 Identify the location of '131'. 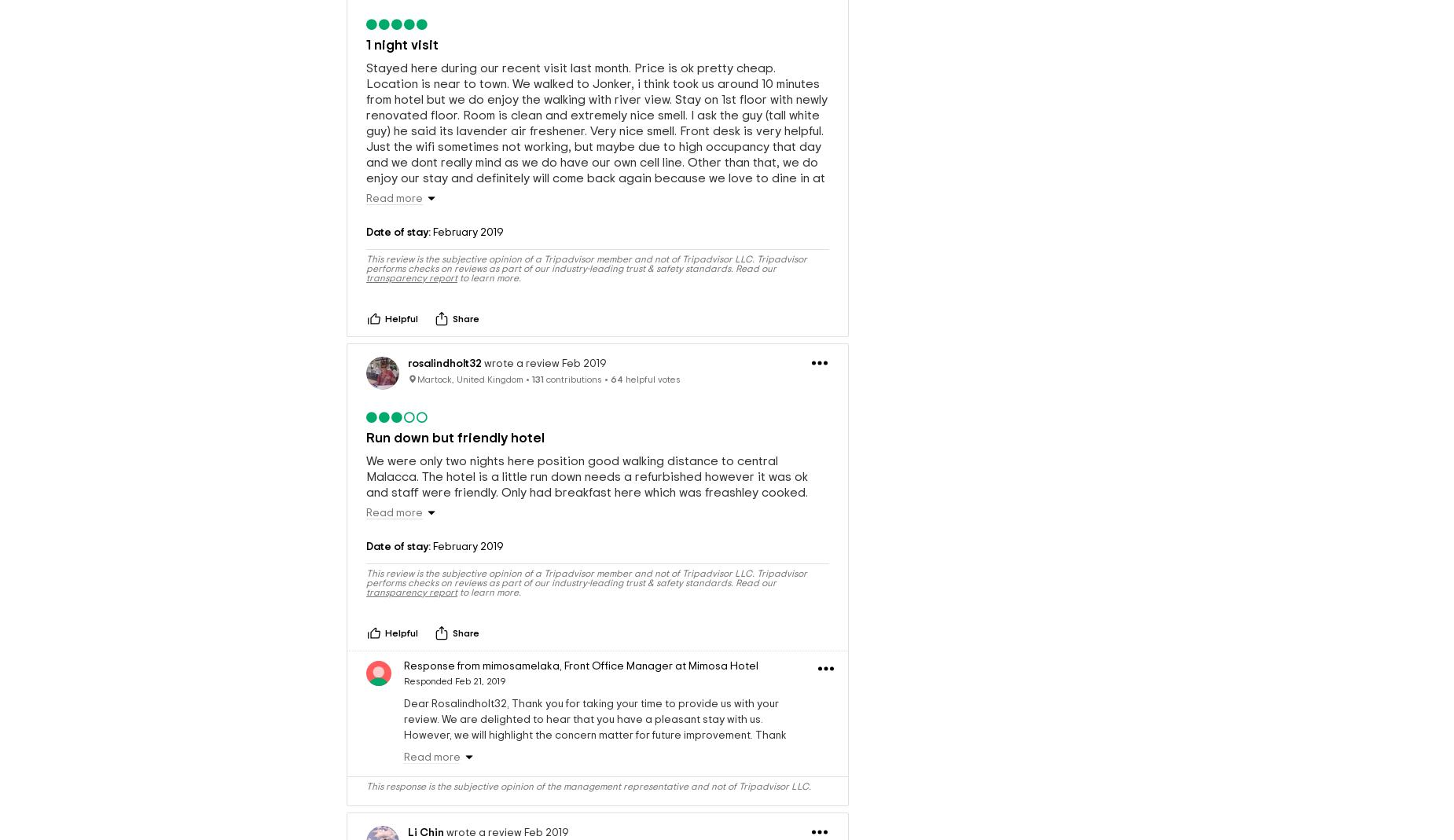
(538, 378).